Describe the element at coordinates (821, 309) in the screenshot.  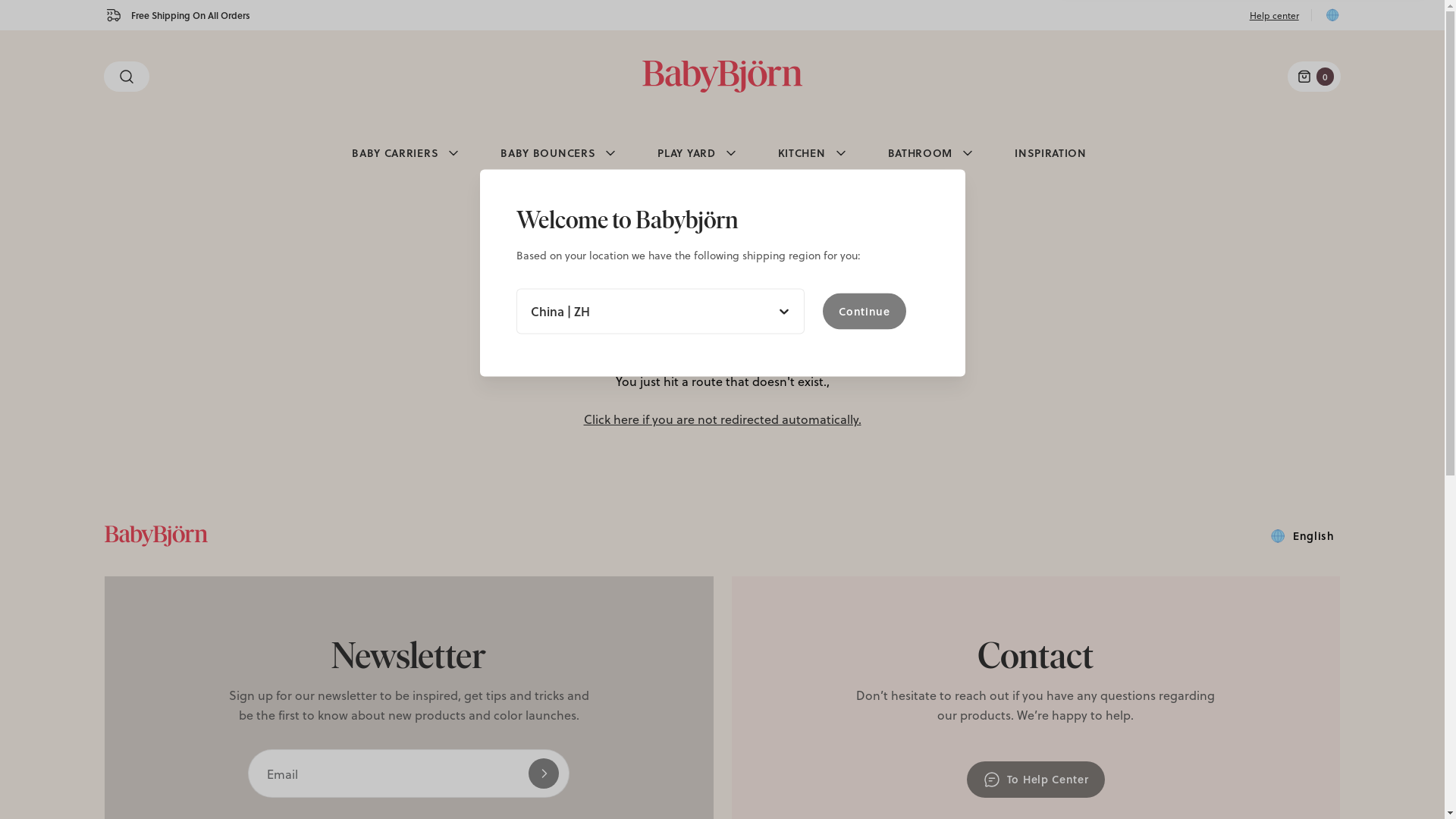
I see `'Continue'` at that location.